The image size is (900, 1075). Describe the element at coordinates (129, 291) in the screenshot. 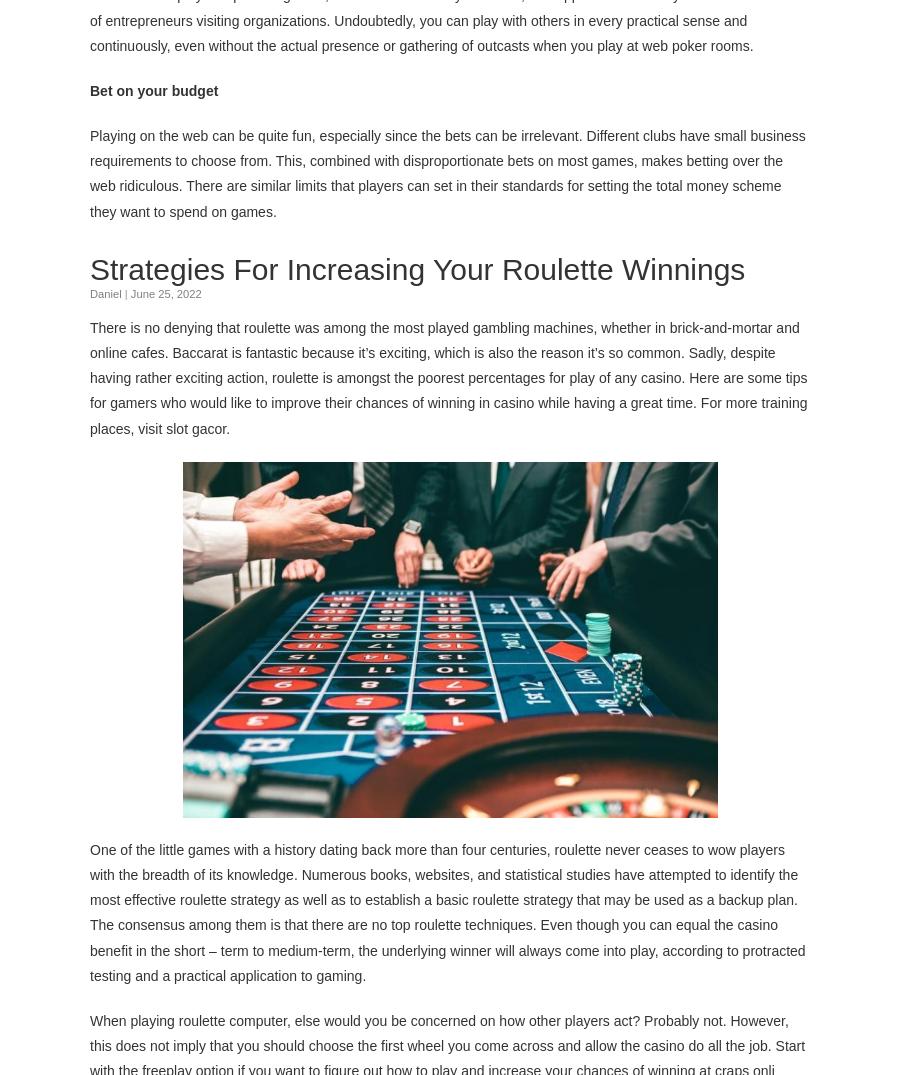

I see `'June 25, 2022'` at that location.